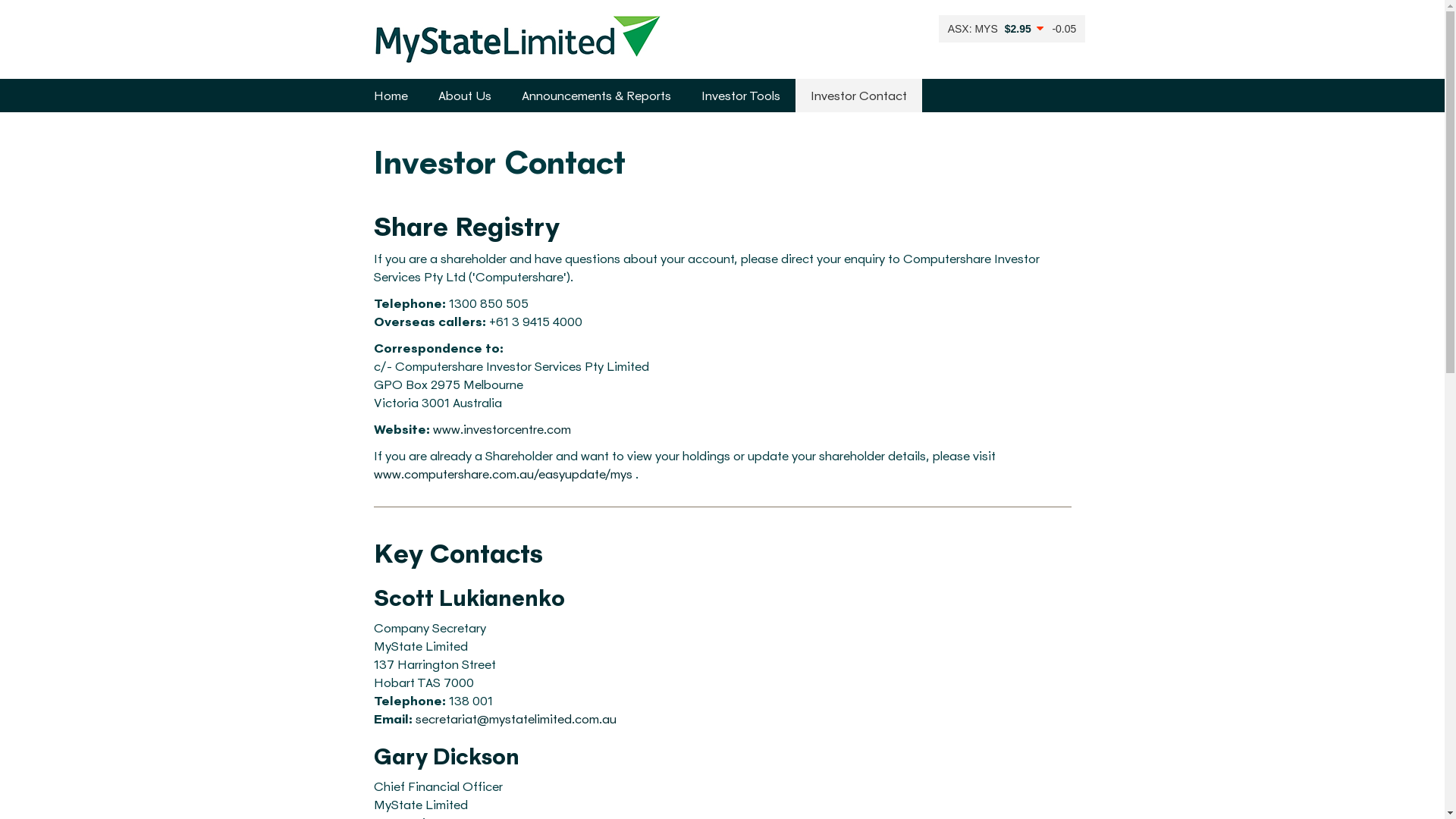 The height and width of the screenshot is (819, 1456). I want to click on 'Investor Tools', so click(739, 96).